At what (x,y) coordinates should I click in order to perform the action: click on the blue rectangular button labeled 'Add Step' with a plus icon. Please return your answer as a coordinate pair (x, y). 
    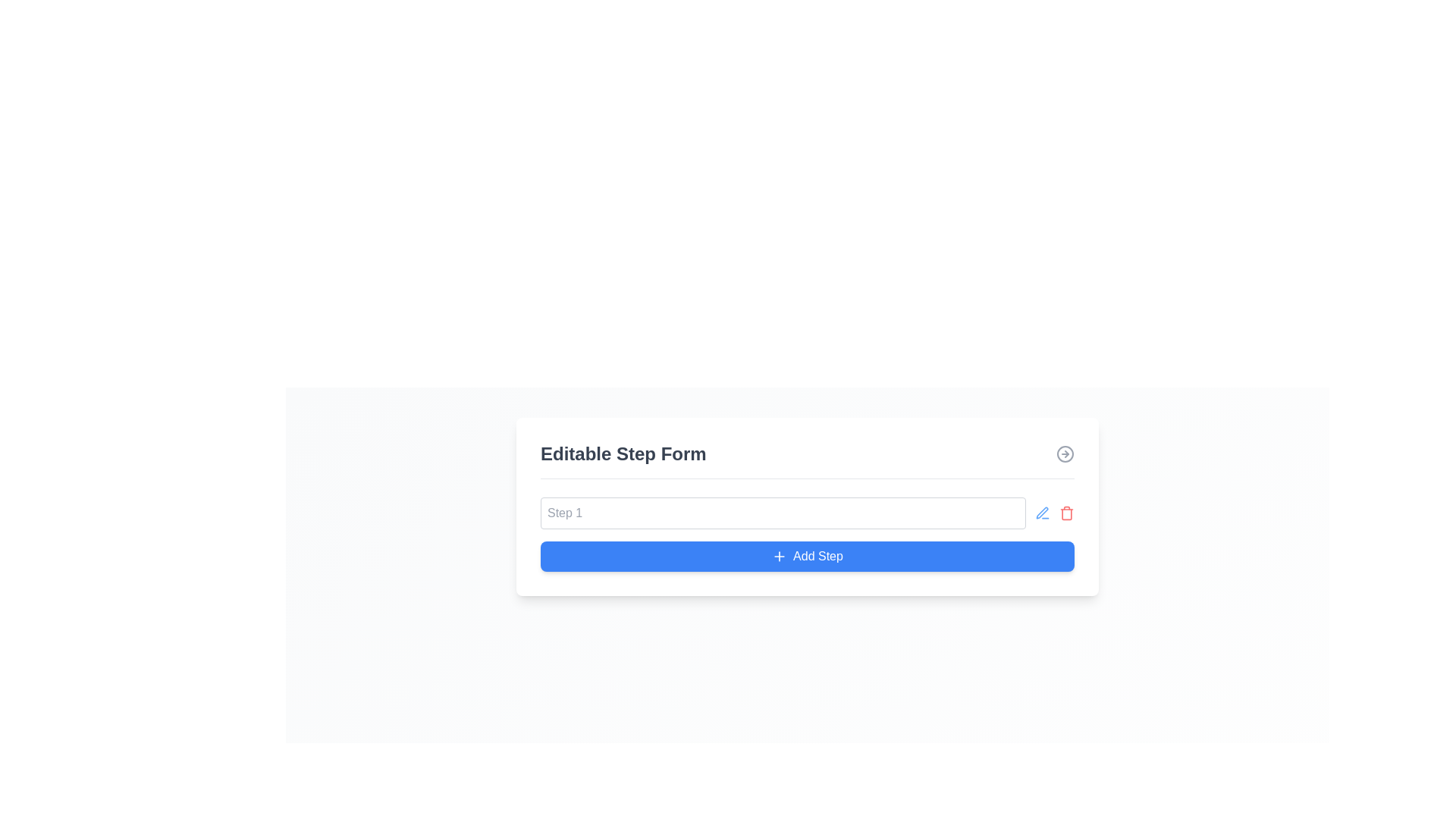
    Looking at the image, I should click on (807, 534).